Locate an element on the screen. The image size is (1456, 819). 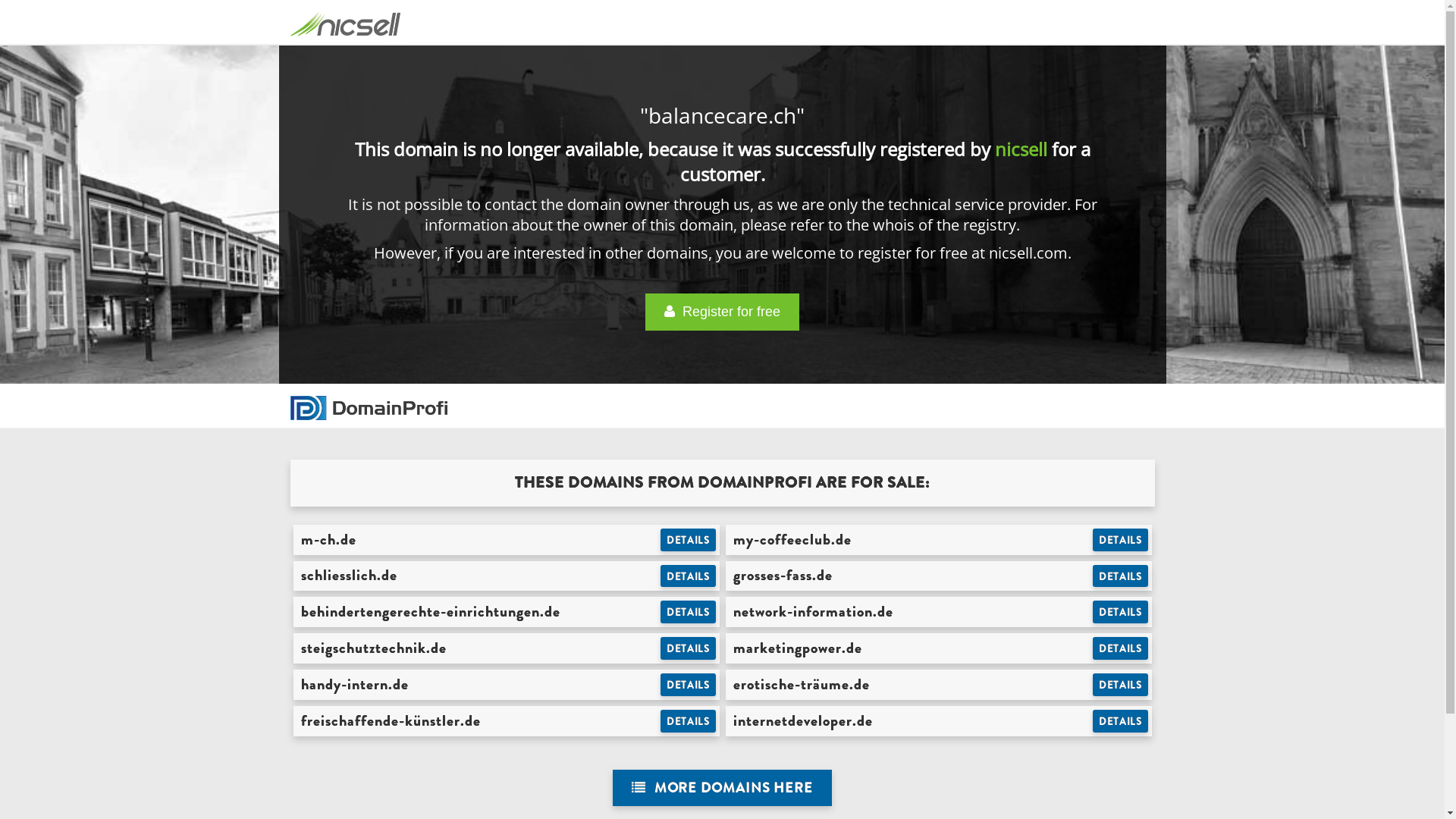
'  MORE DOMAINS HERE' is located at coordinates (721, 787).